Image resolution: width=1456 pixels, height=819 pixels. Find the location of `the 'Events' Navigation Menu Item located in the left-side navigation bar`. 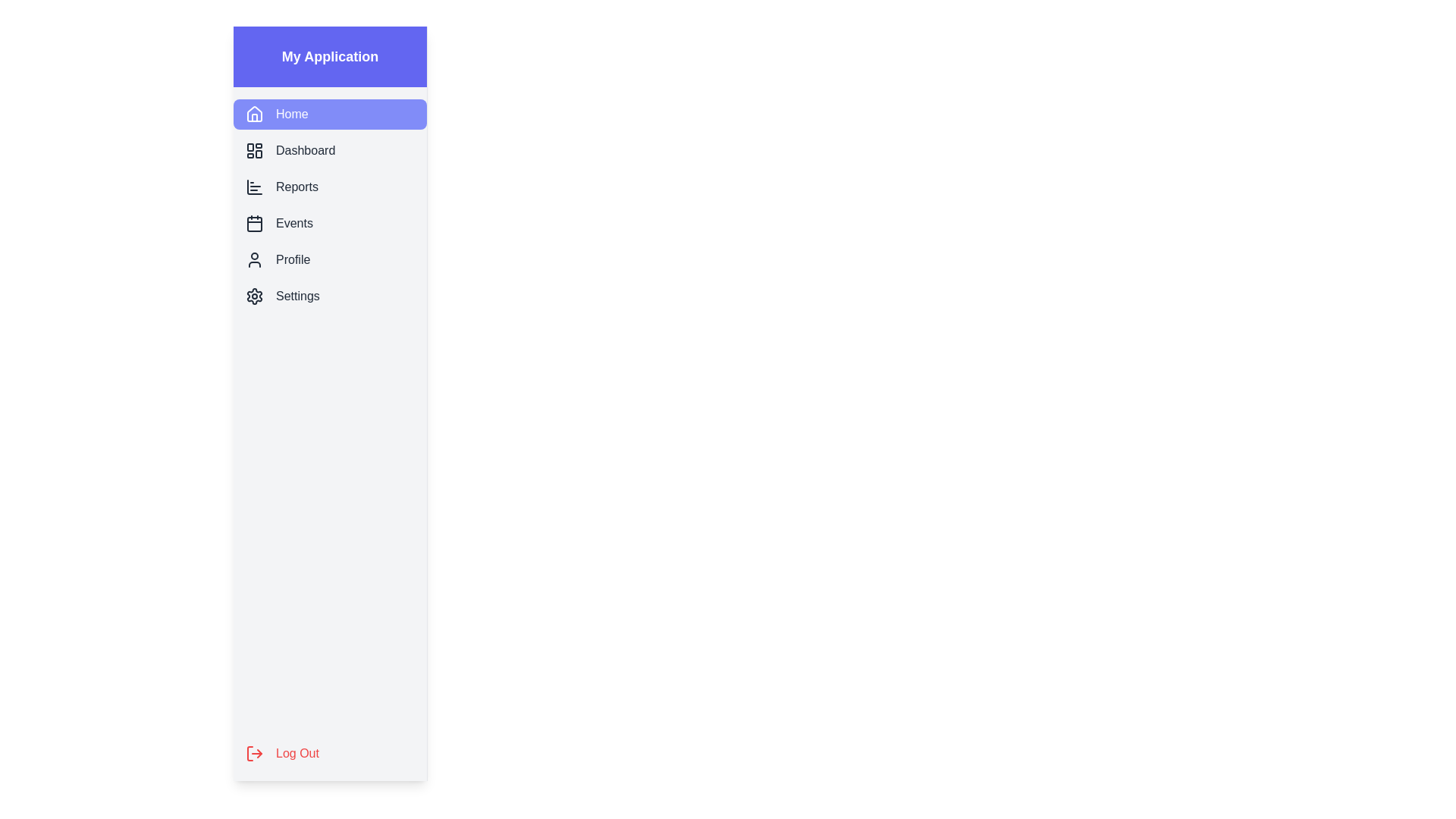

the 'Events' Navigation Menu Item located in the left-side navigation bar is located at coordinates (329, 223).